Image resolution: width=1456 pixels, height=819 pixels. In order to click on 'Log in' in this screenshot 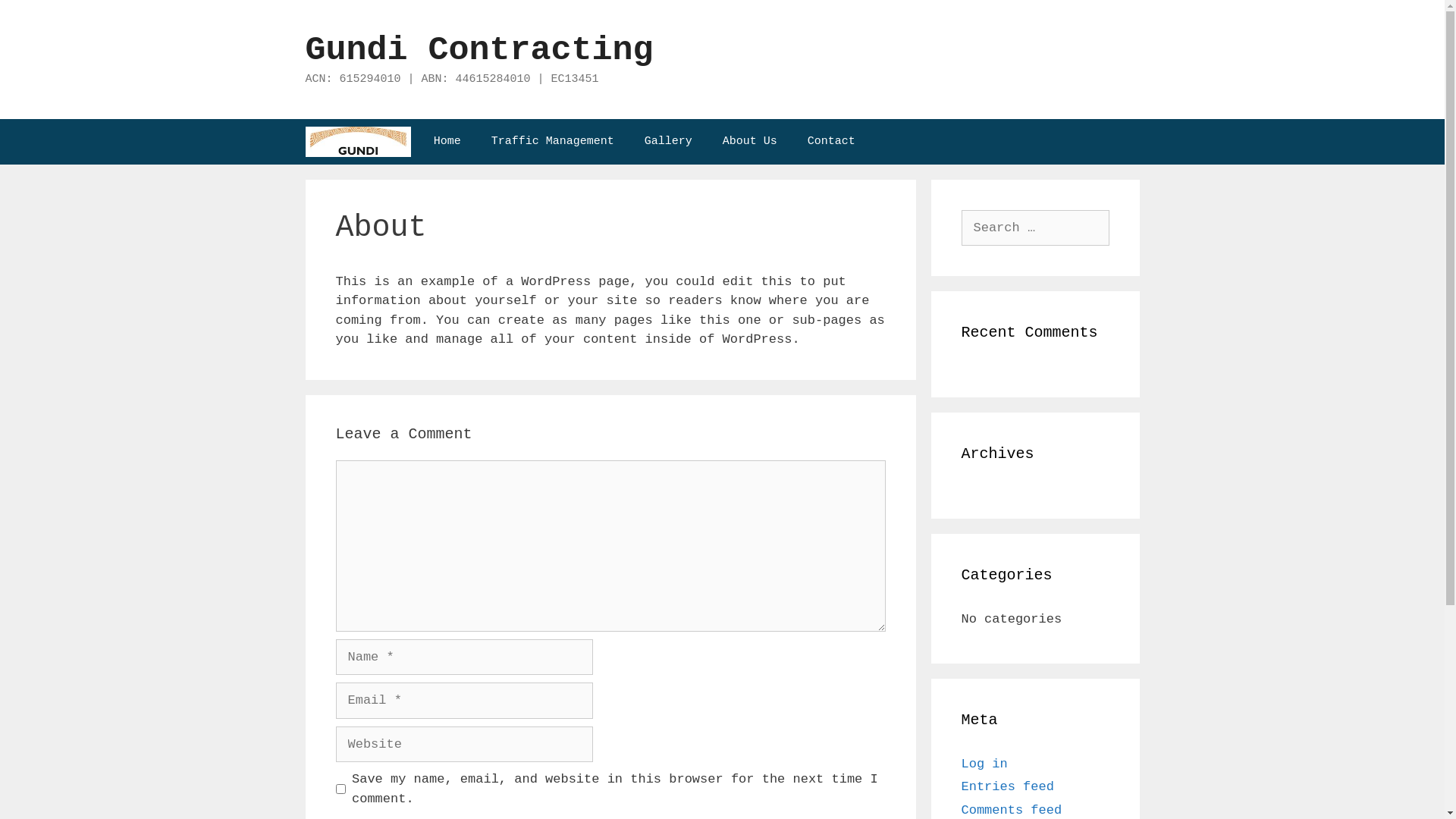, I will do `click(984, 764)`.